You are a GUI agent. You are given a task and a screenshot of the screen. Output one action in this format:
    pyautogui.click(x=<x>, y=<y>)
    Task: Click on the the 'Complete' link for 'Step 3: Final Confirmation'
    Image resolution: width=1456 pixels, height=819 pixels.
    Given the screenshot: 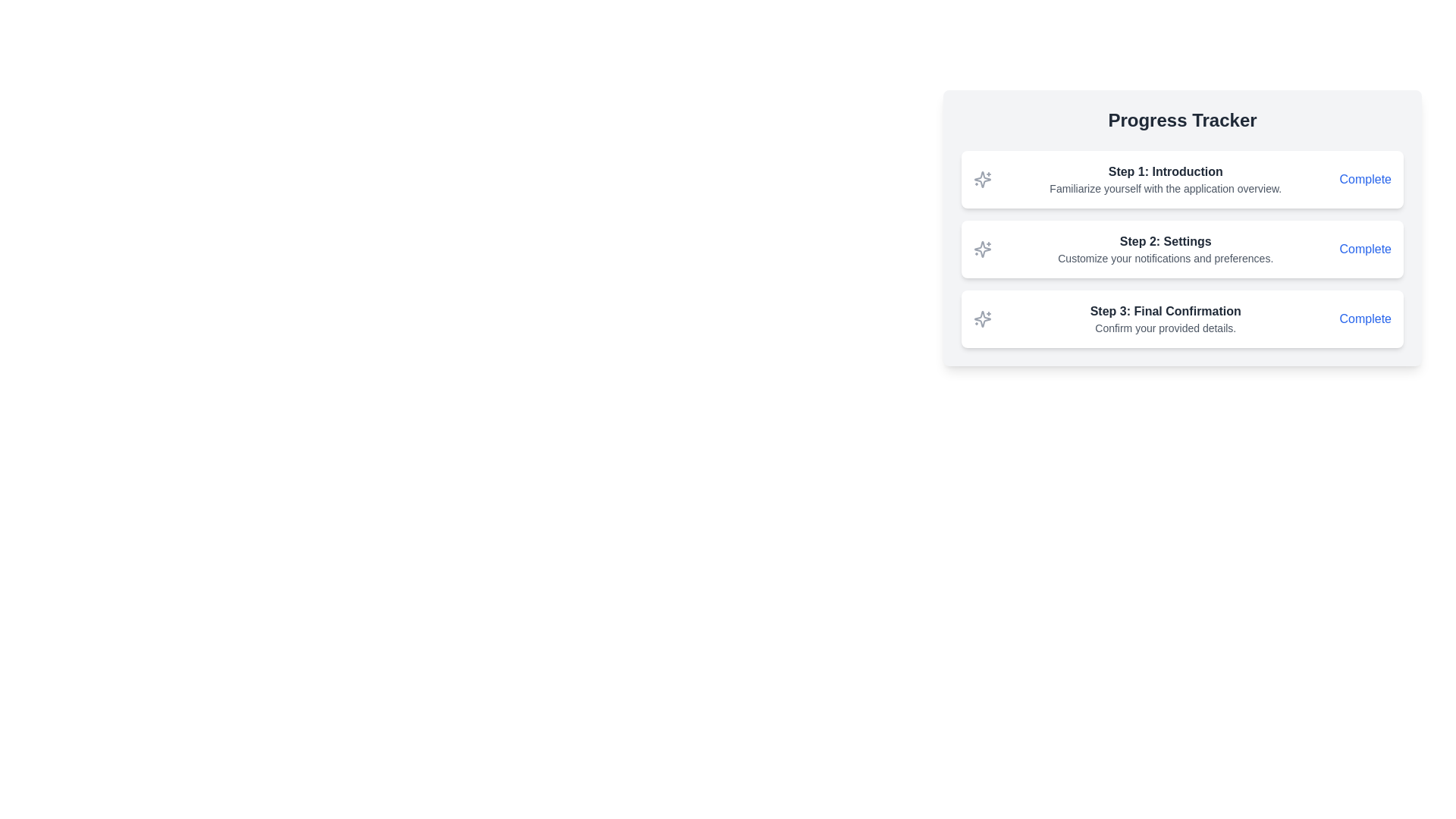 What is the action you would take?
    pyautogui.click(x=1365, y=318)
    